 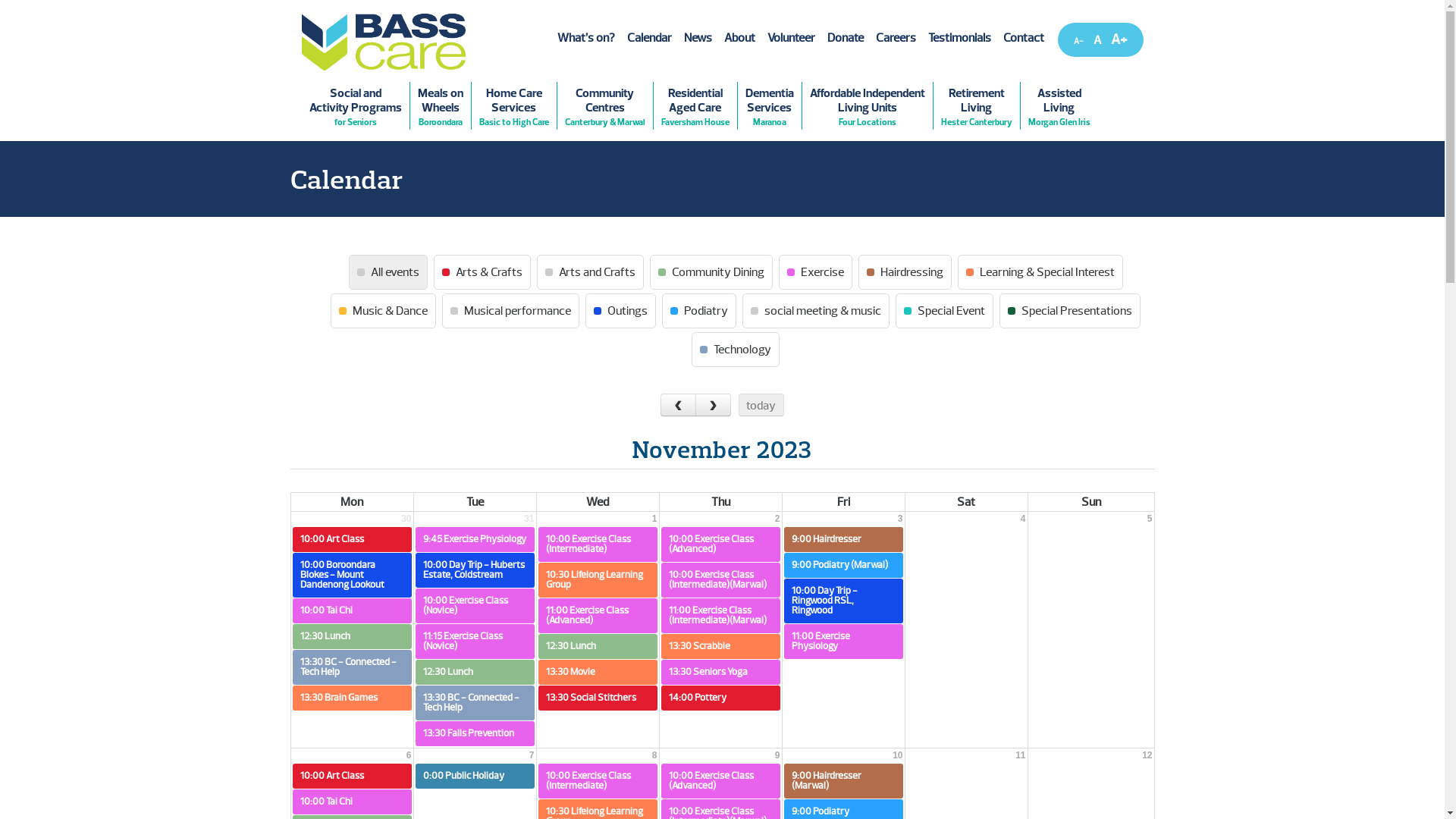 What do you see at coordinates (661, 646) in the screenshot?
I see `'13:30 Scrabble` at bounding box center [661, 646].